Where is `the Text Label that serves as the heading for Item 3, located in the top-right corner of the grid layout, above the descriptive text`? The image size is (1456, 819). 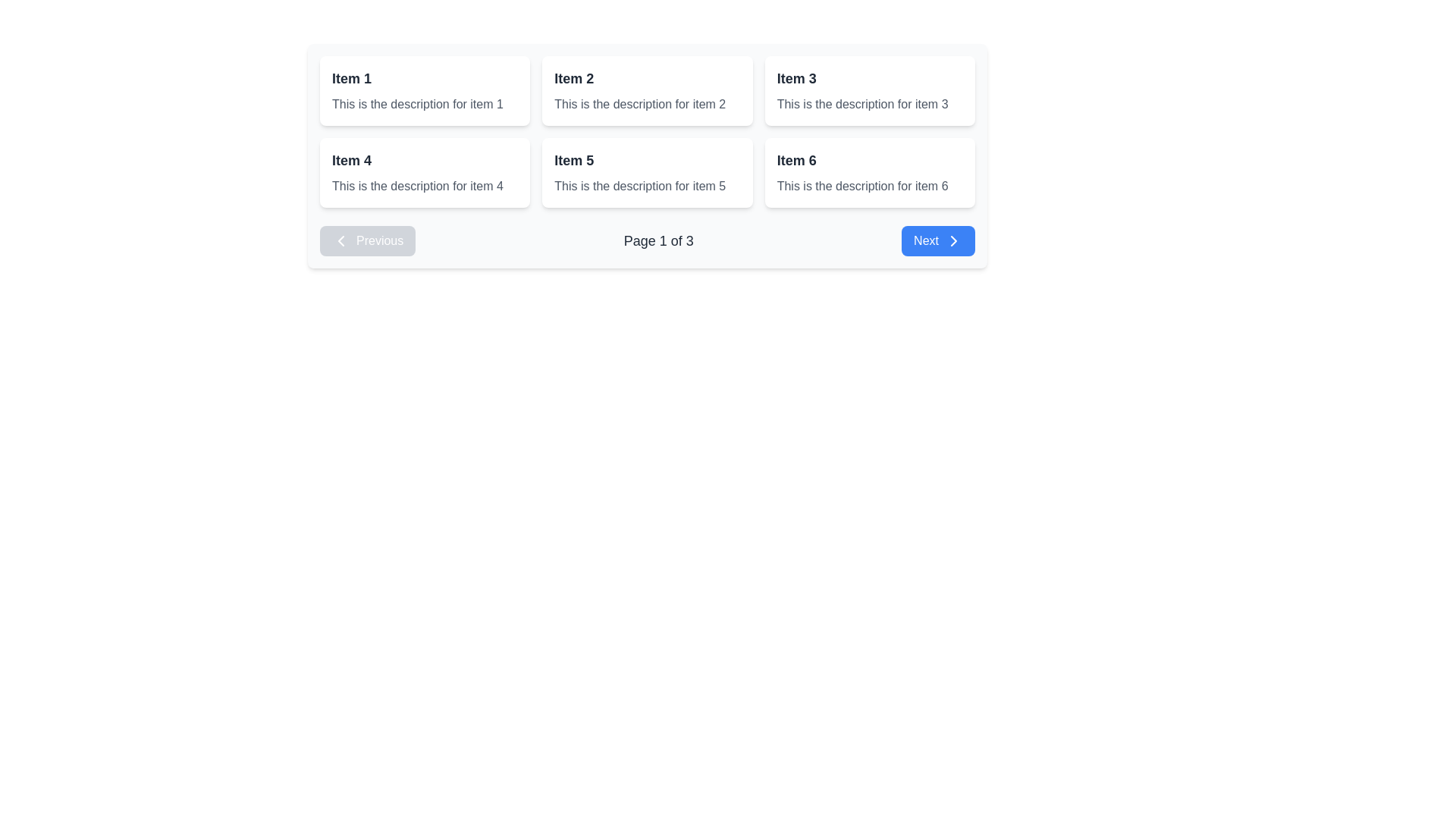
the Text Label that serves as the heading for Item 3, located in the top-right corner of the grid layout, above the descriptive text is located at coordinates (795, 79).